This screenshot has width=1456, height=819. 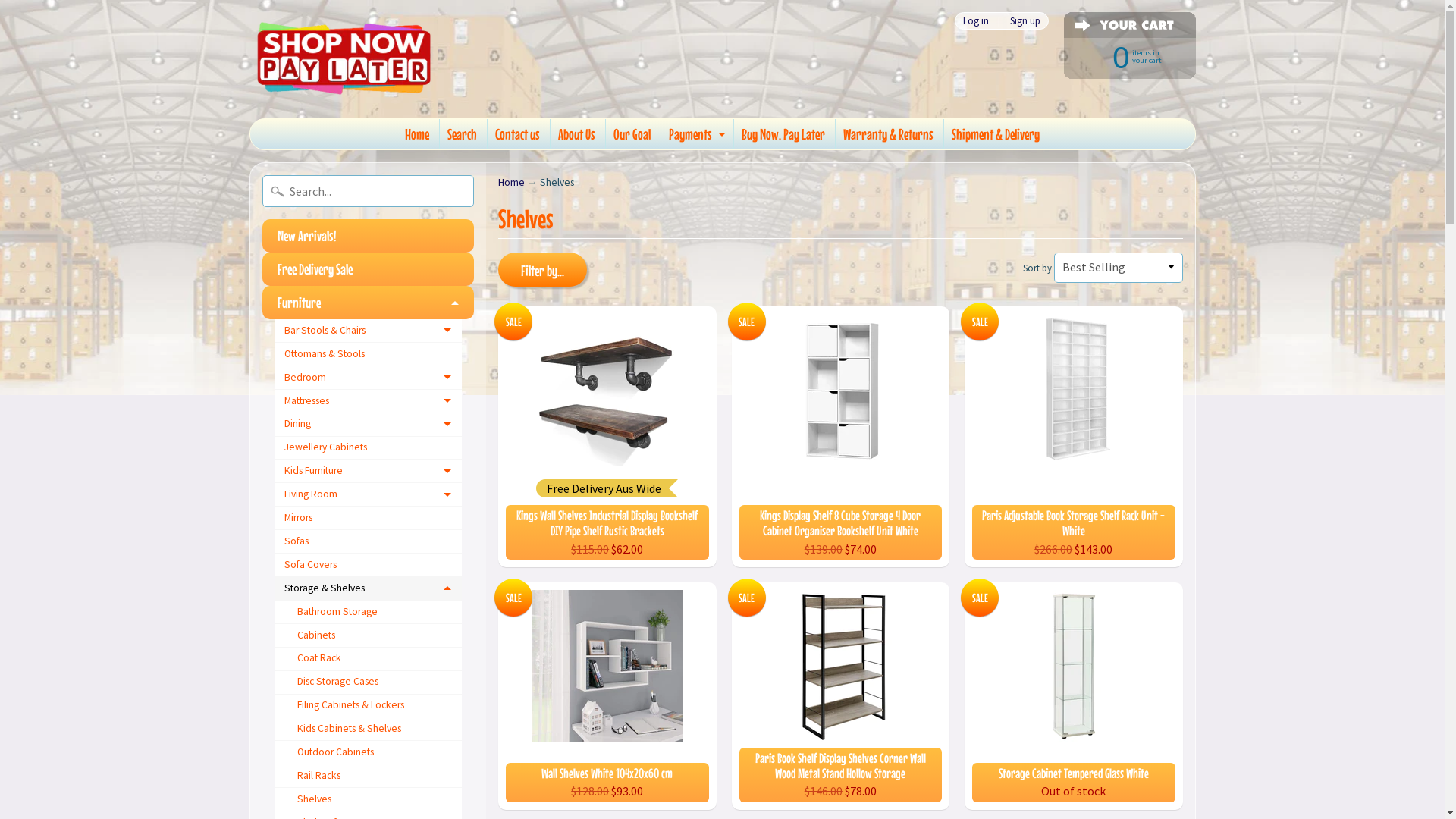 I want to click on 'Storage & Shelves', so click(x=368, y=588).